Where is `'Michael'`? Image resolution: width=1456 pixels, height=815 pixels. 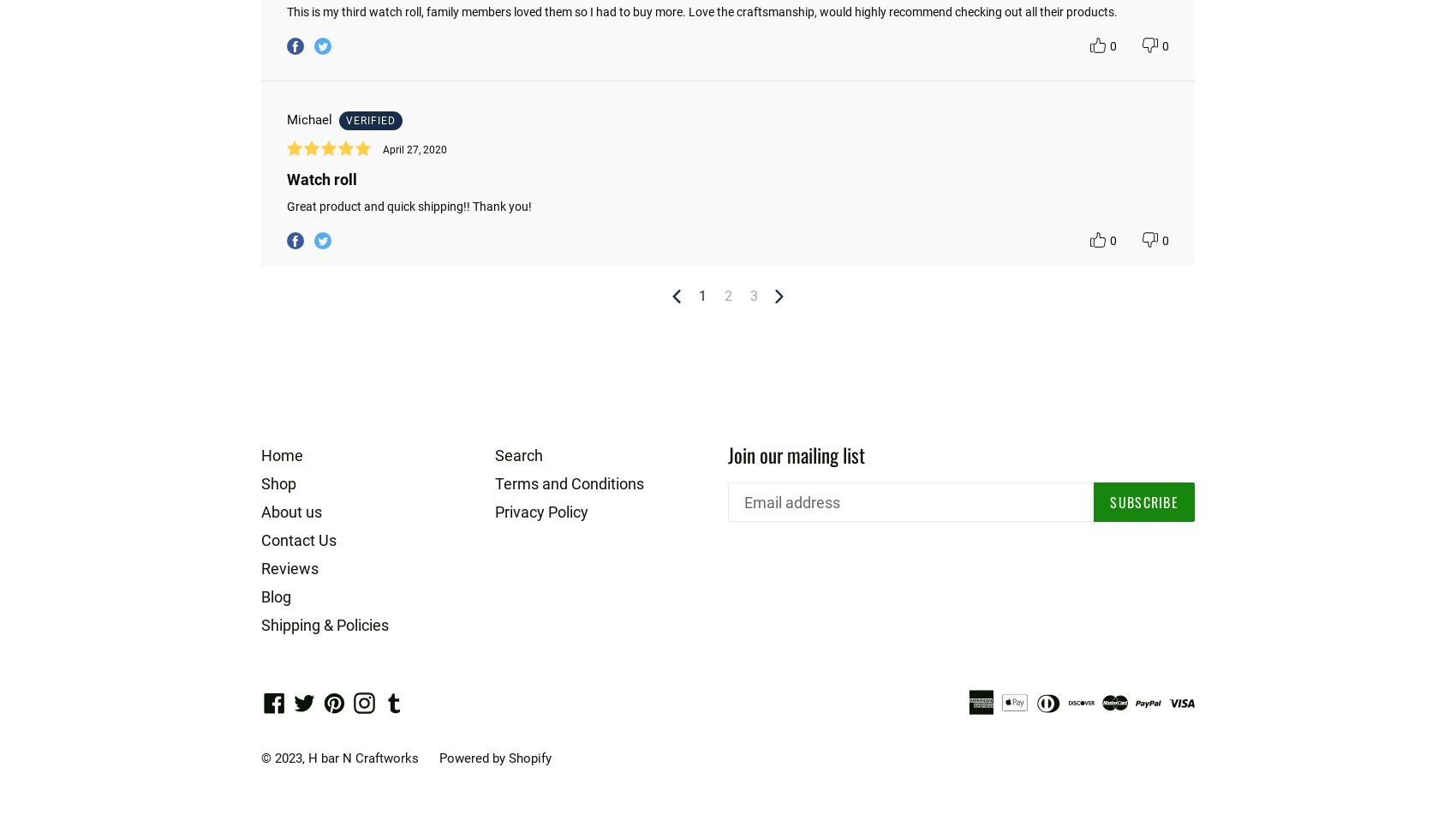
'Michael' is located at coordinates (308, 119).